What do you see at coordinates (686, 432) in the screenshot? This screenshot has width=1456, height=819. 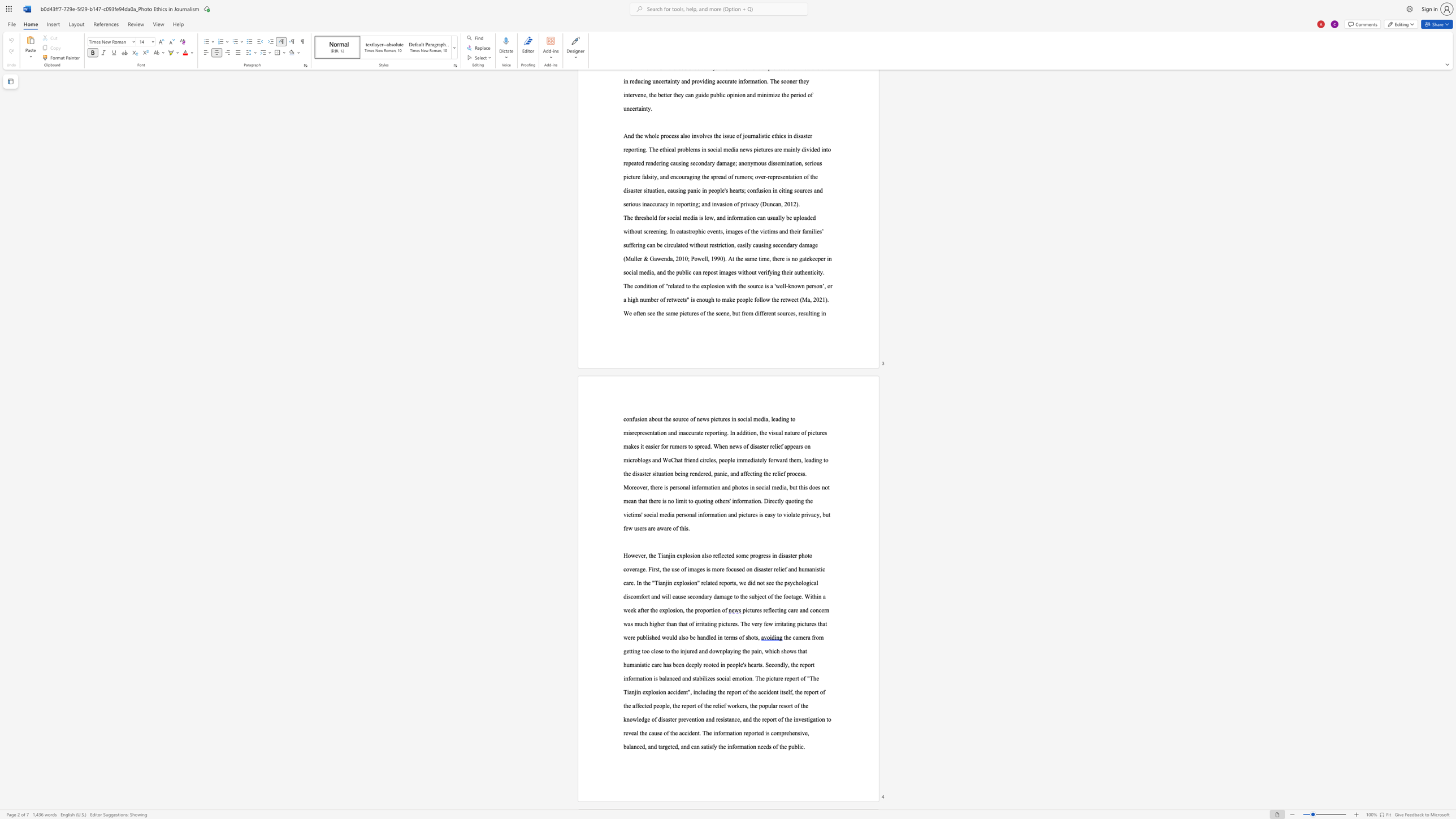 I see `the subset text "ccurate reporting. In addition, the visual nature of p" within the text "confusion about the source of news pictures in social media, leading to misrepresentation and inaccurate reporting. In addition, the visual nature of pictures makes it easier for rumors to spread. When news of disaster relief appears on microblogs and WeChat friend circles, people"` at bounding box center [686, 432].